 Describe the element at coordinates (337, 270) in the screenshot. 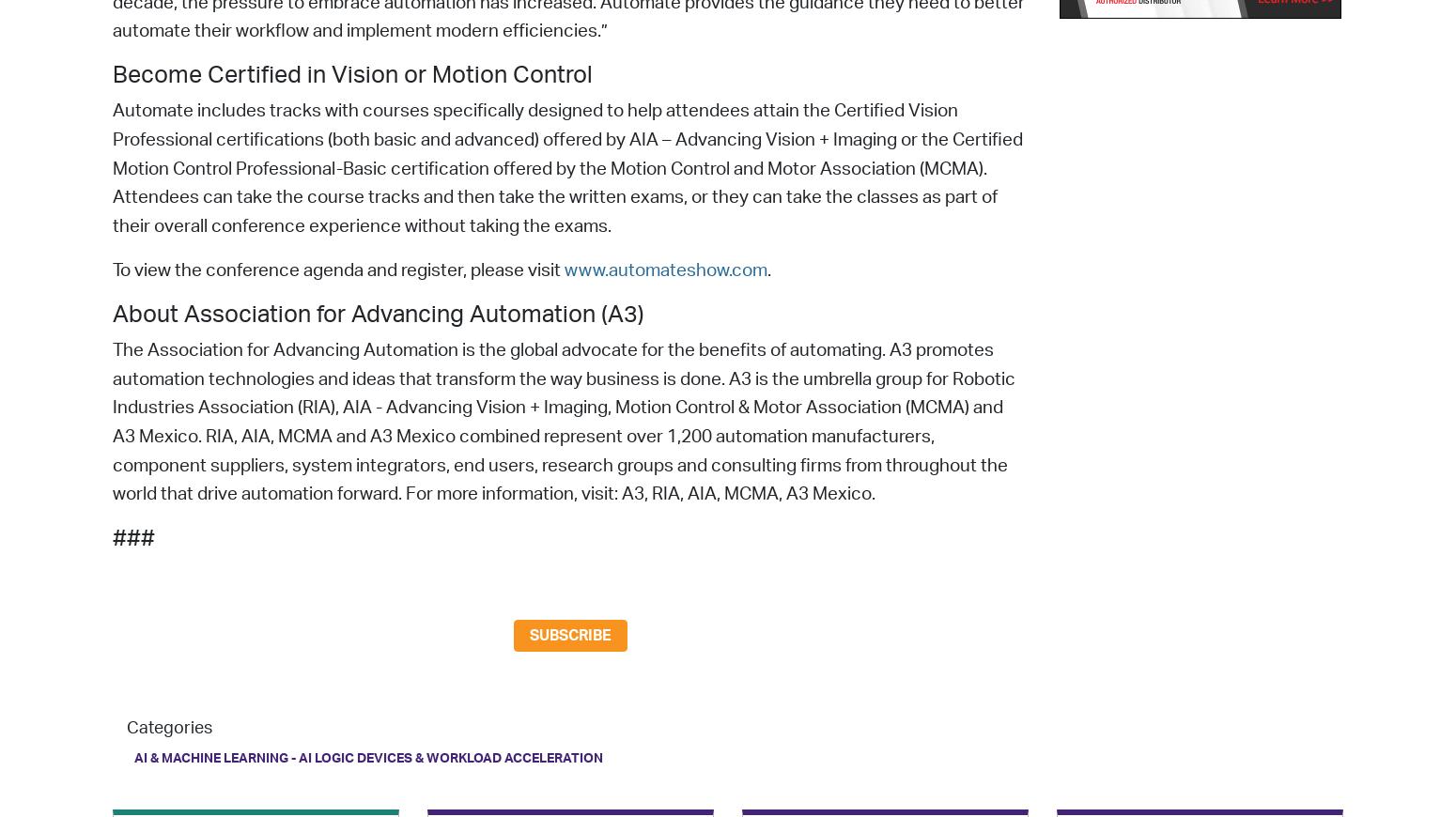

I see `'To view the conference agenda and register, please visit'` at that location.